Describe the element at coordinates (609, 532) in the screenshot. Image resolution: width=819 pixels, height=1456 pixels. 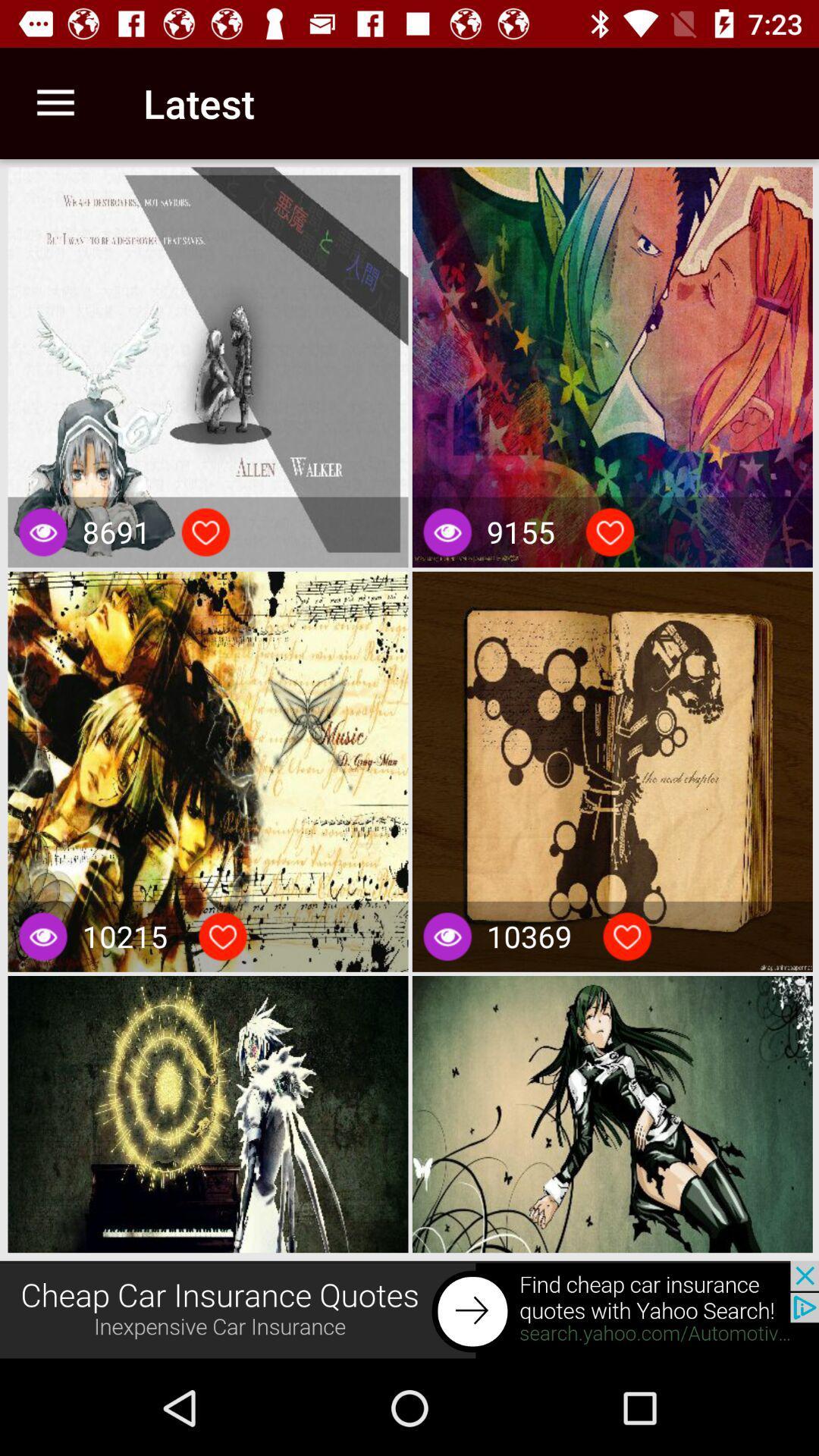
I see `set as favorite` at that location.